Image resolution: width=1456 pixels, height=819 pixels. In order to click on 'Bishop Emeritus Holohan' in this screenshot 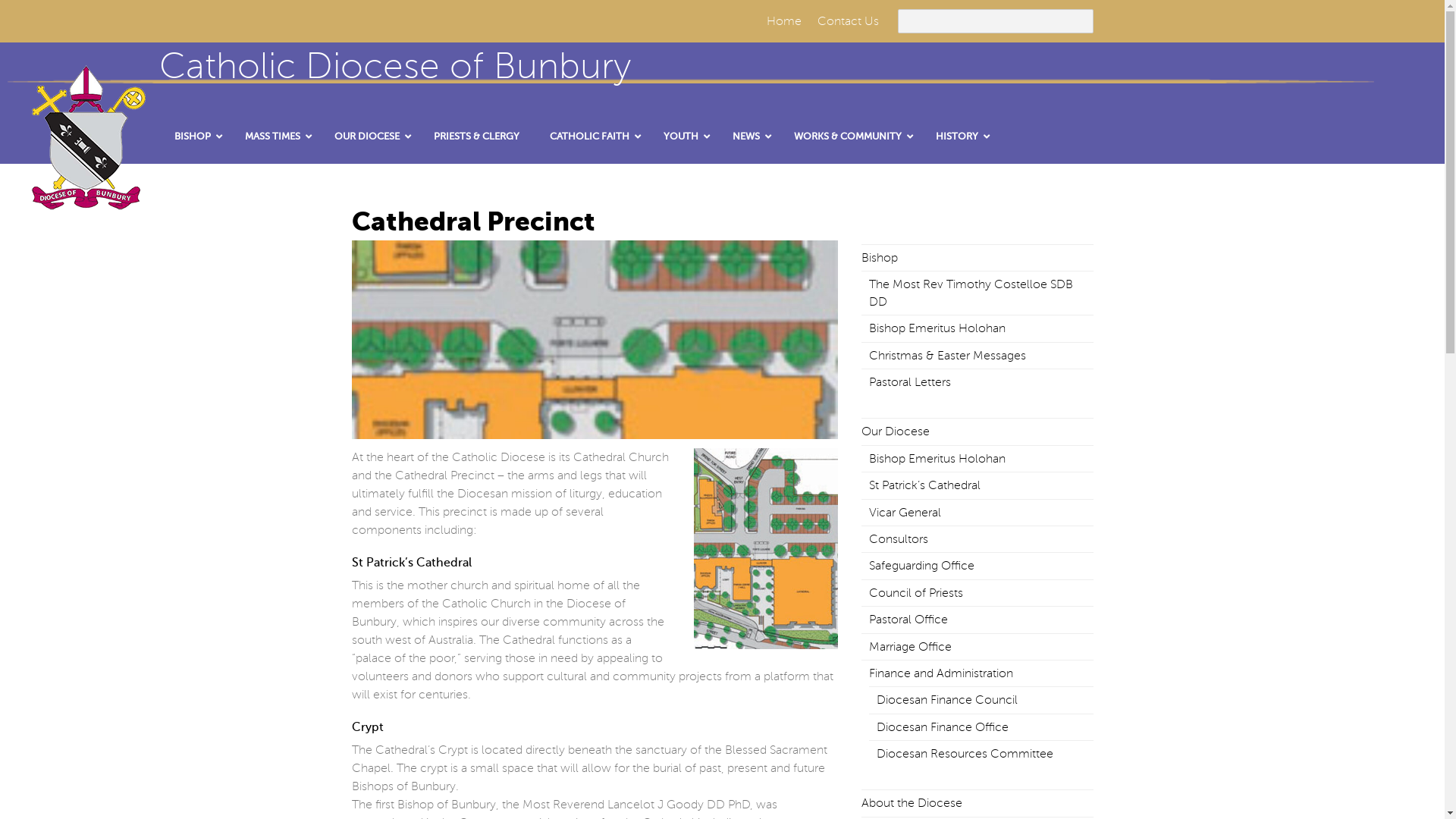, I will do `click(937, 327)`.